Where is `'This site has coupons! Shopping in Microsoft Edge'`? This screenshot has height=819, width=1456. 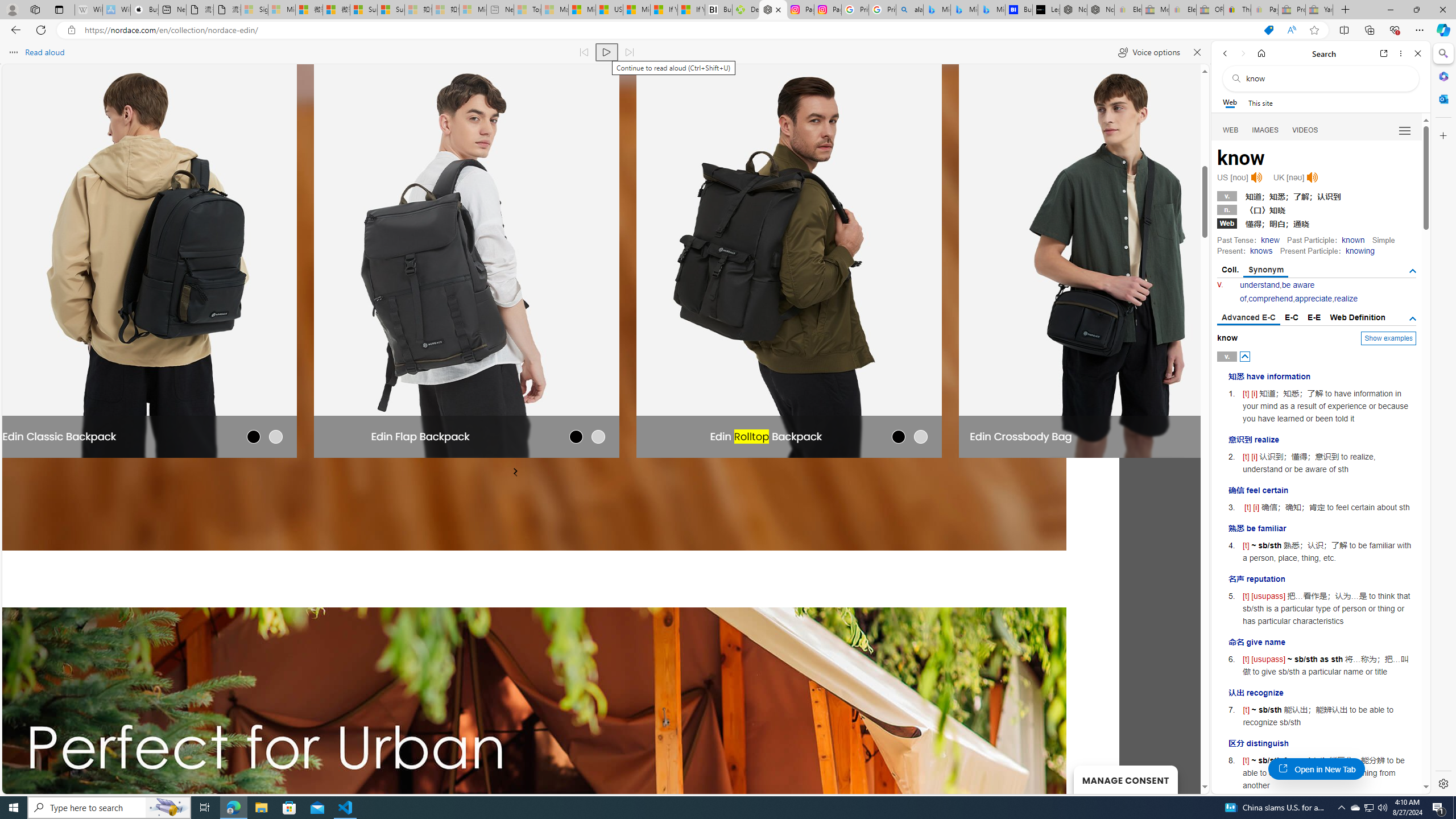 'This site has coupons! Shopping in Microsoft Edge' is located at coordinates (1268, 30).